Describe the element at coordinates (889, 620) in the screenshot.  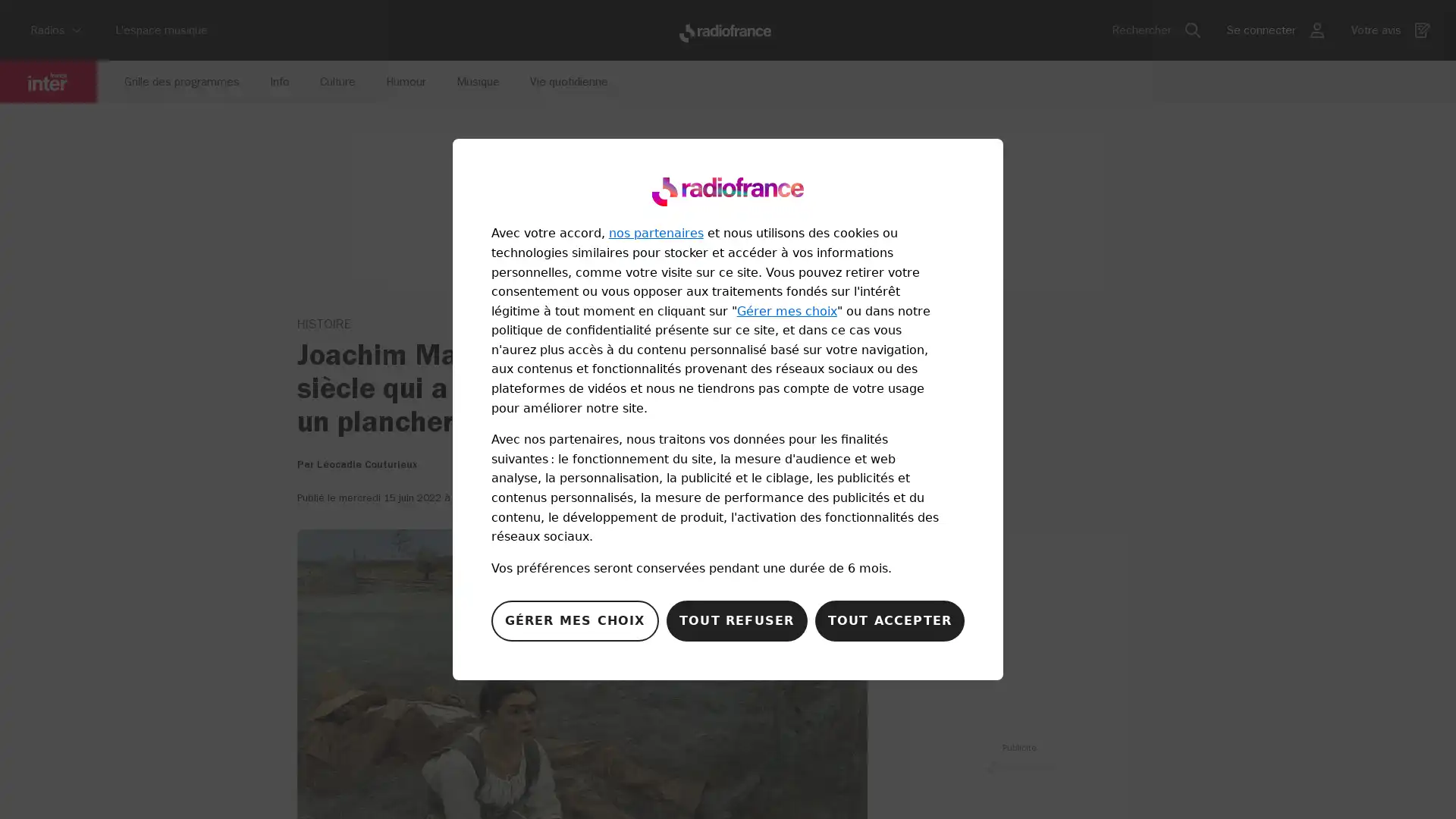
I see `Accepter notre traitement des donnees et fermer` at that location.